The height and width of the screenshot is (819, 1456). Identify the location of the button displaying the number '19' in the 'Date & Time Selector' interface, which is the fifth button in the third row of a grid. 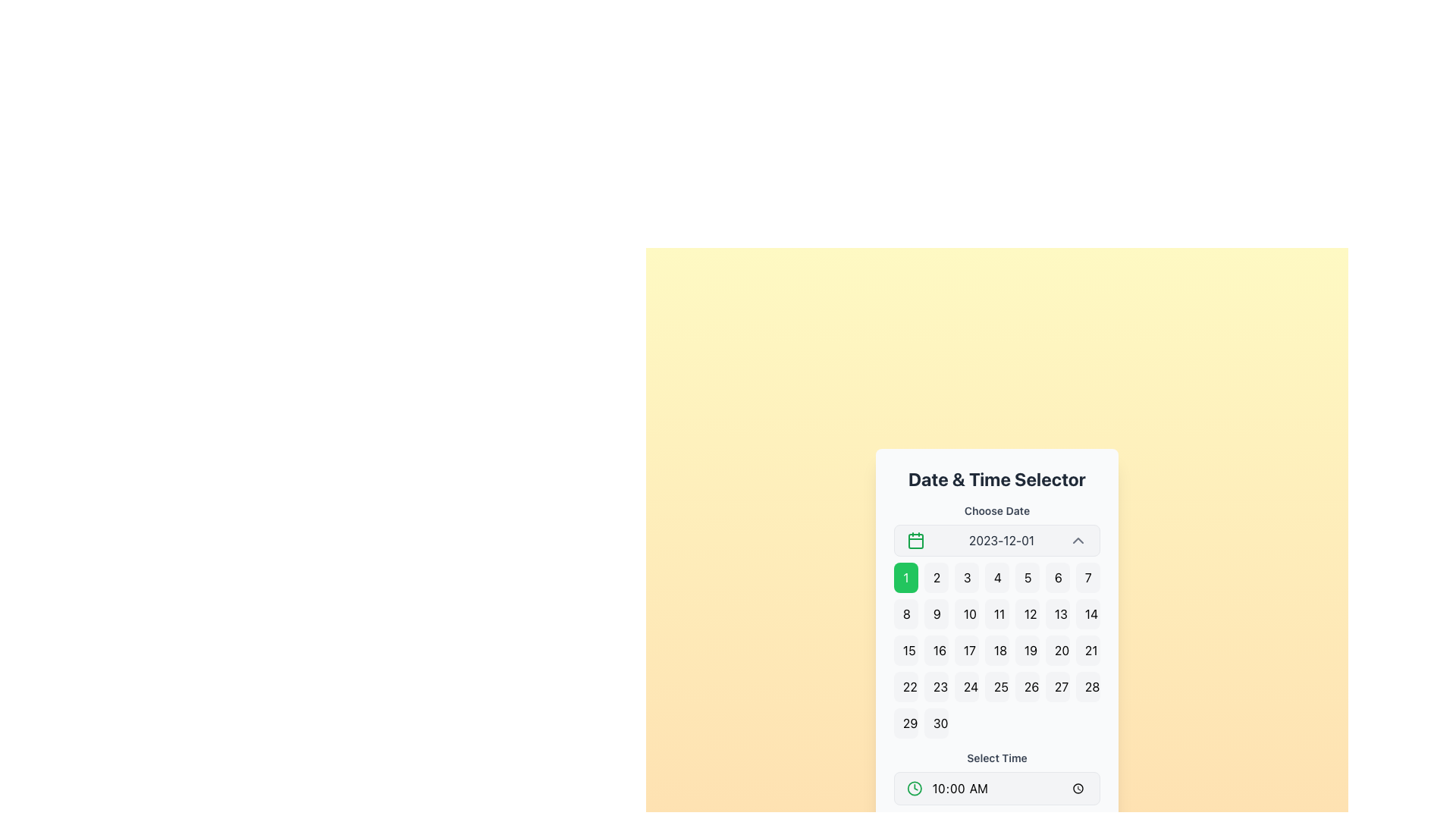
(1027, 649).